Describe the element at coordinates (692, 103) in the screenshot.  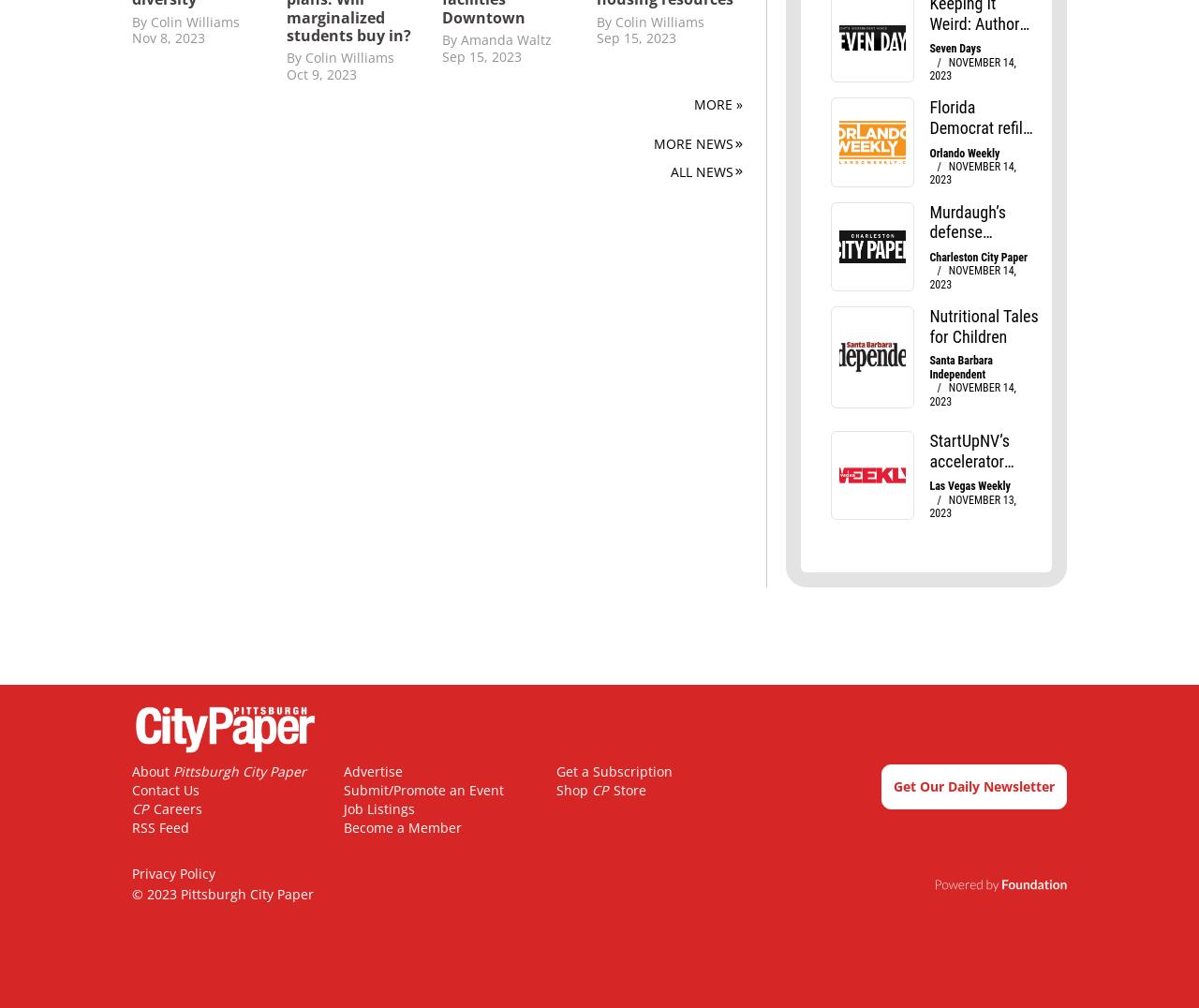
I see `'More »'` at that location.